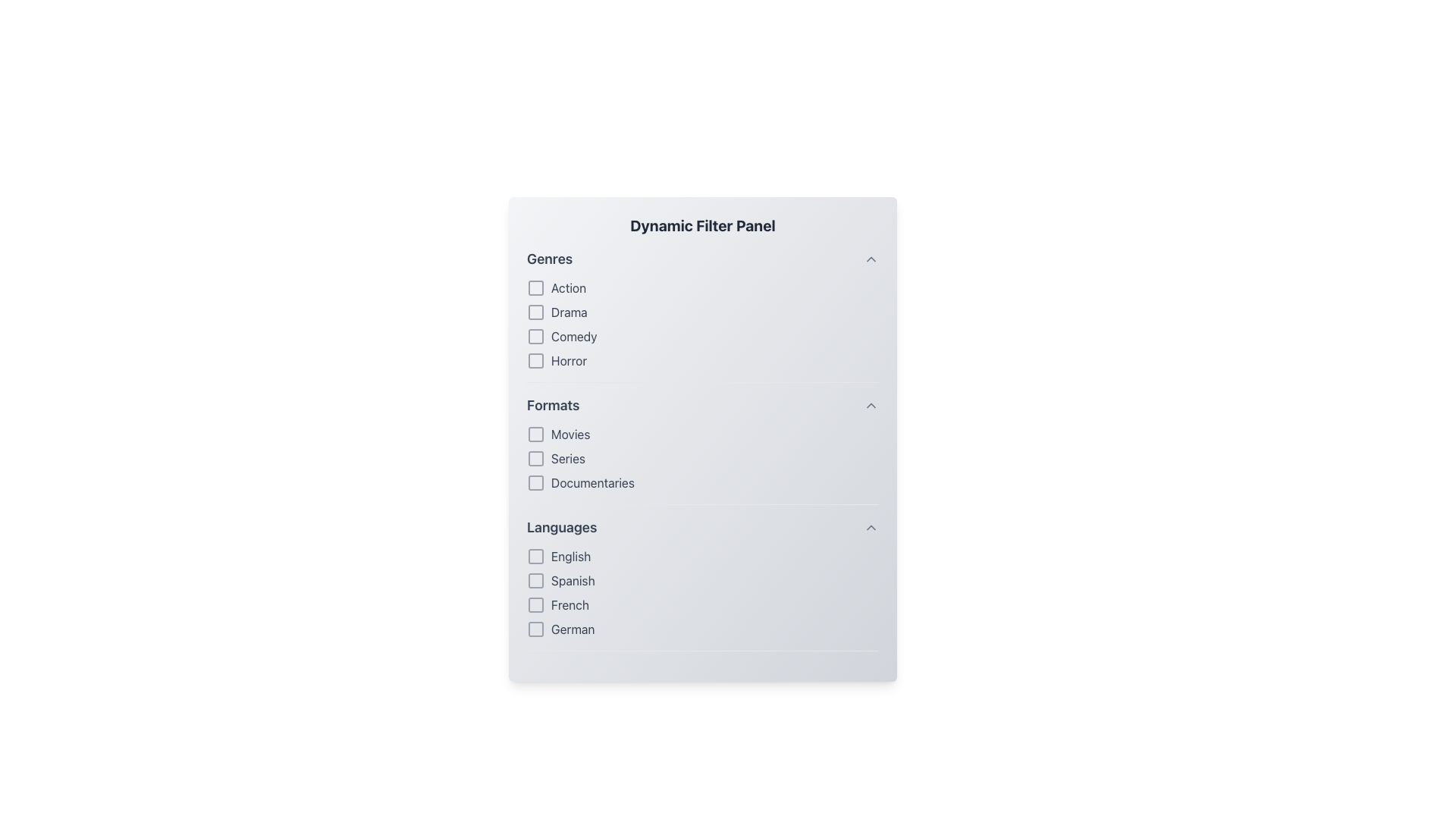 The width and height of the screenshot is (1456, 819). I want to click on the third checkbox in the 'Languages' section, so click(535, 604).